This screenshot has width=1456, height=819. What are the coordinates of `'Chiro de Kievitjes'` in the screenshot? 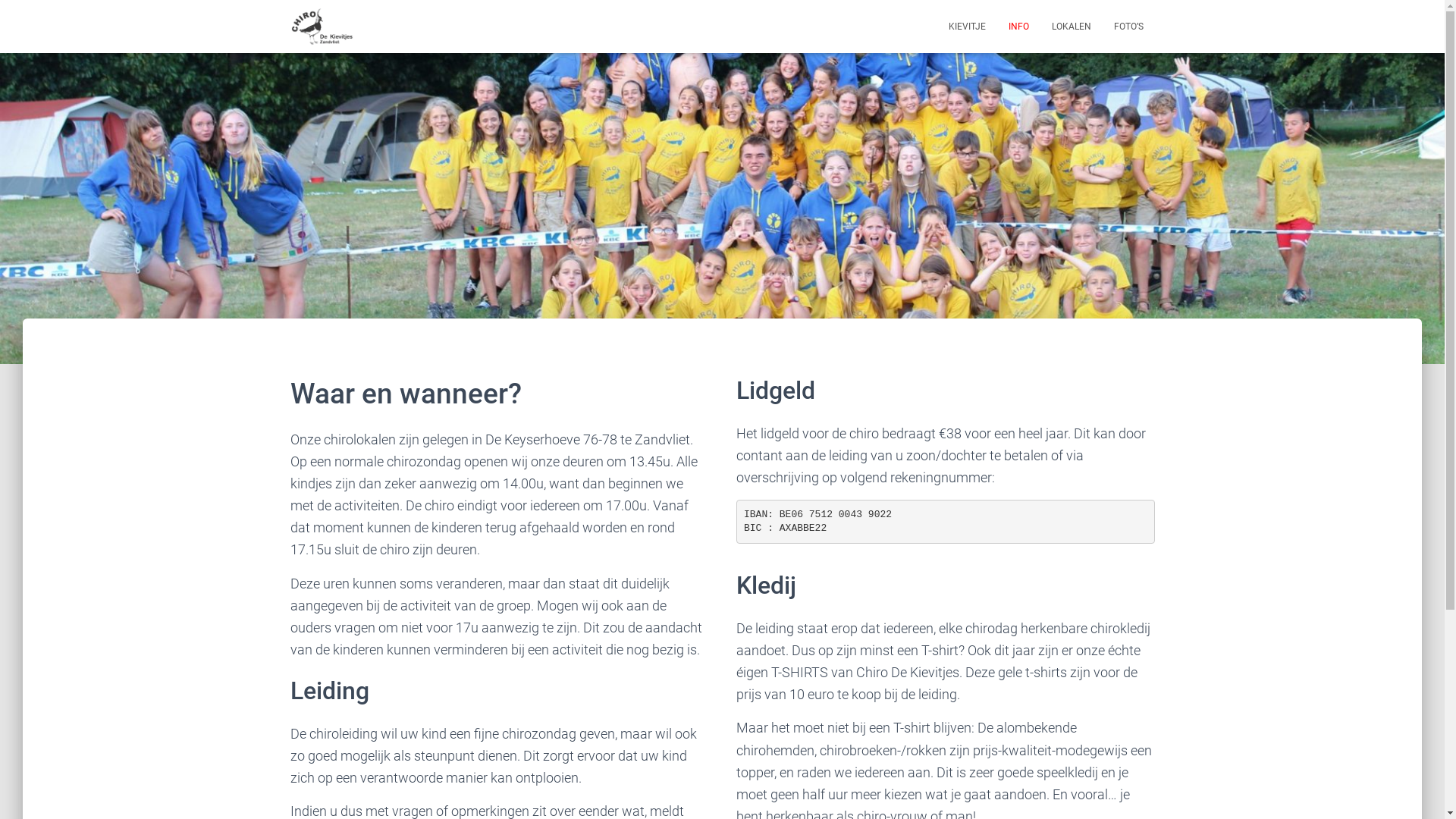 It's located at (322, 26).